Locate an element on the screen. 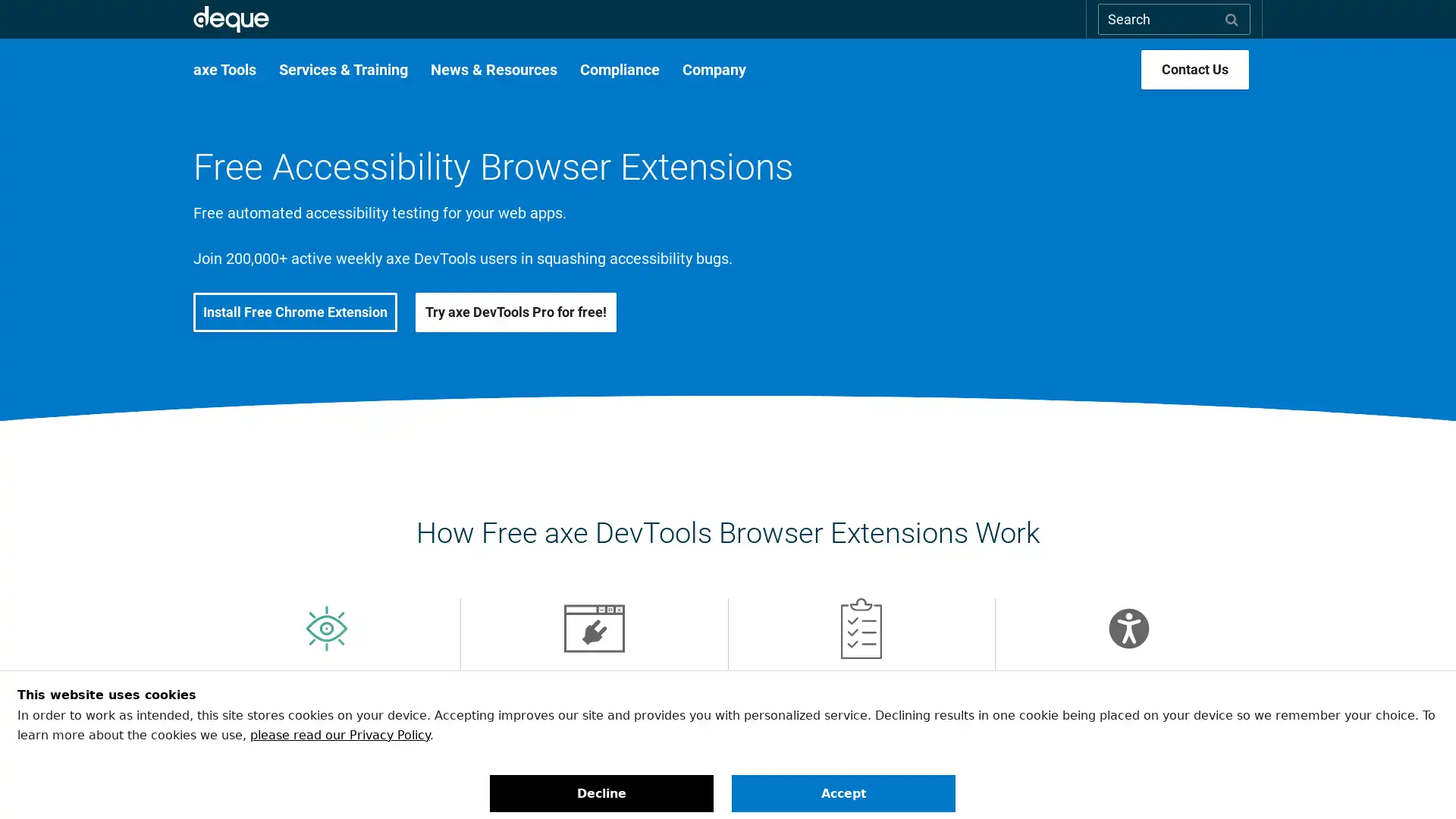 Image resolution: width=1456 pixels, height=819 pixels. Submit is located at coordinates (1232, 18).